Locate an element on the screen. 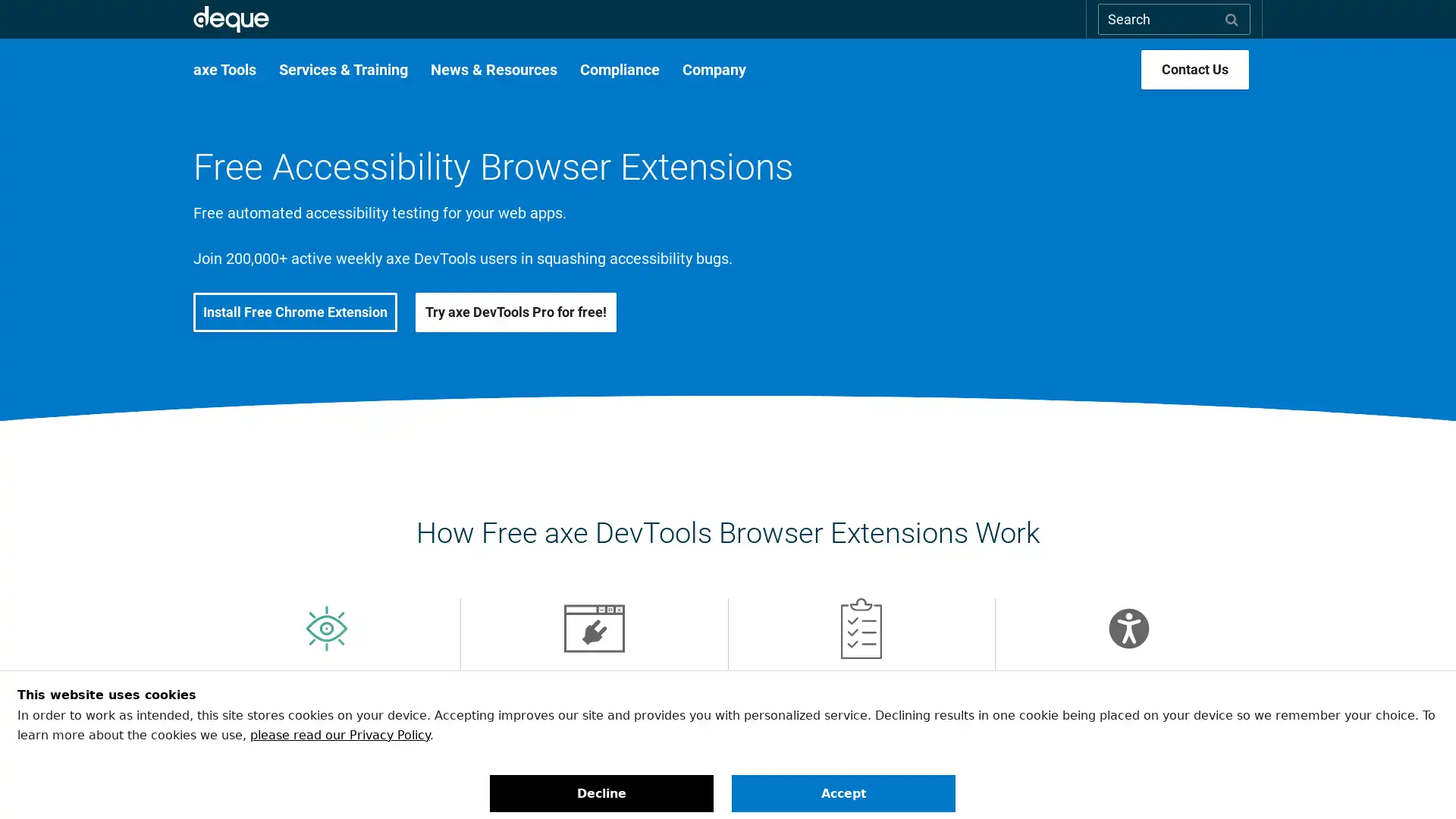 Image resolution: width=1456 pixels, height=819 pixels. Submit is located at coordinates (1232, 18).